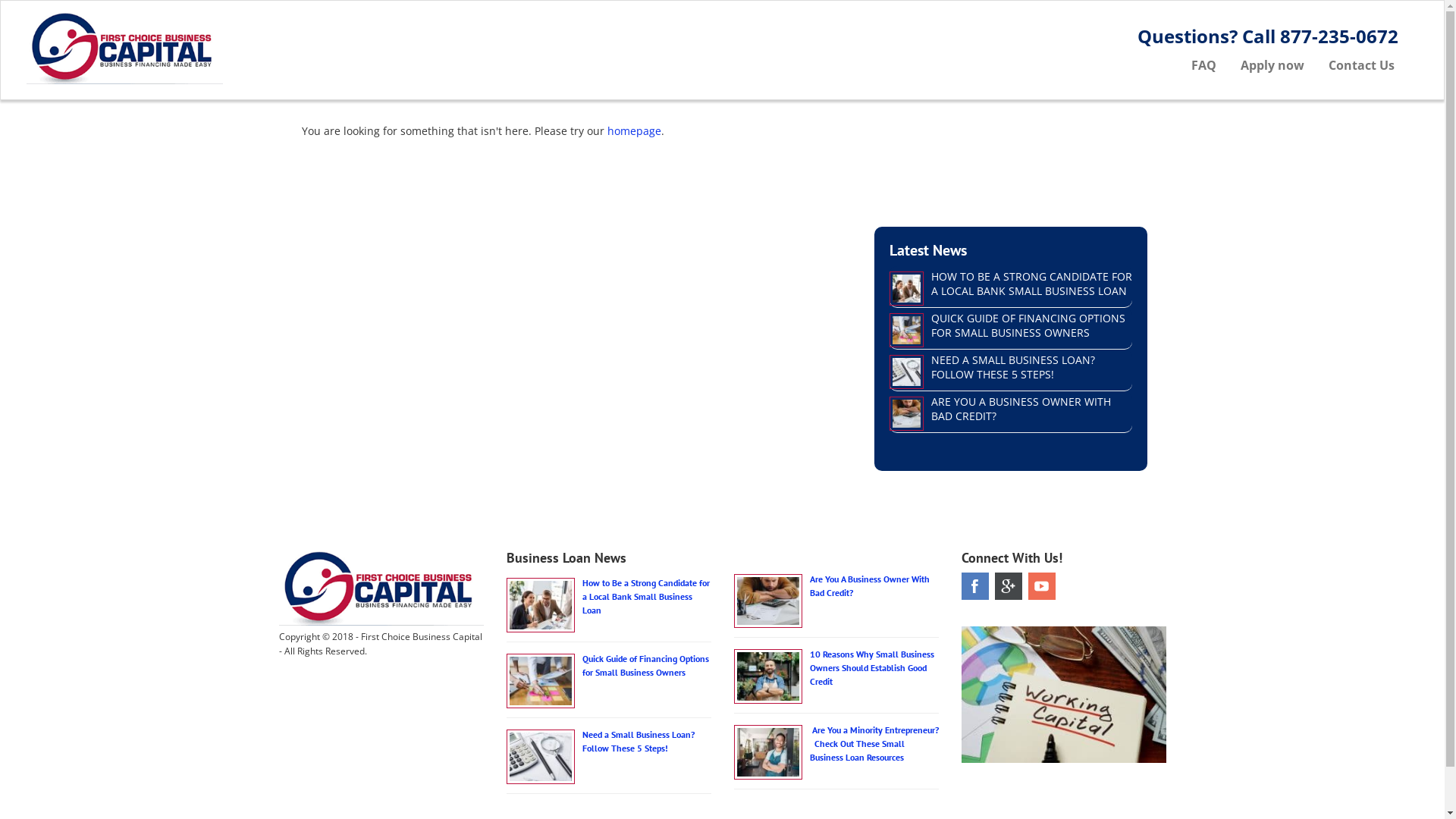  I want to click on 'ARE YOU A BUSINESS OWNER WITH BAD CREDIT?', so click(1021, 408).